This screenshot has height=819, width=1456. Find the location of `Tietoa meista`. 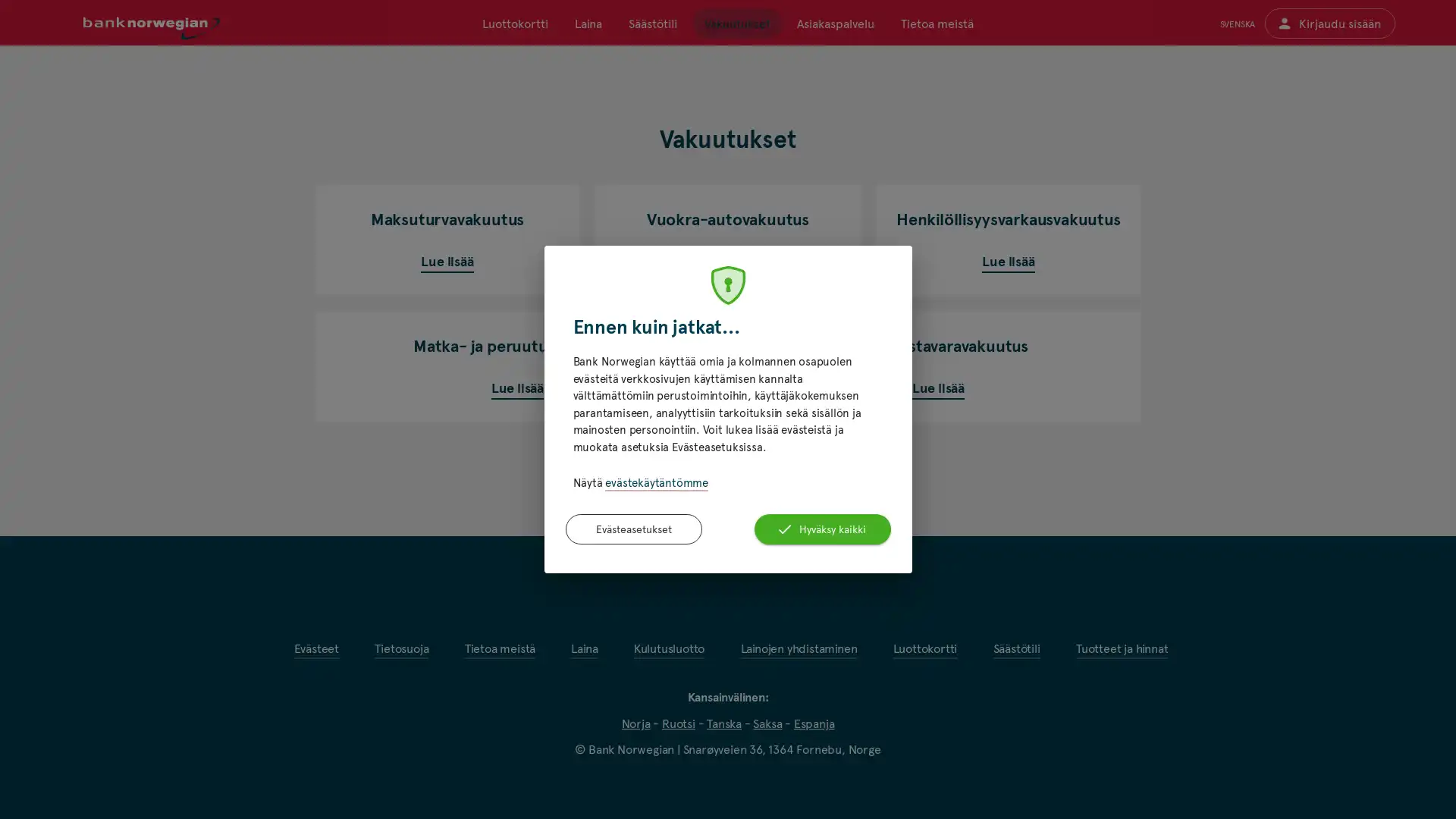

Tietoa meista is located at coordinates (935, 23).